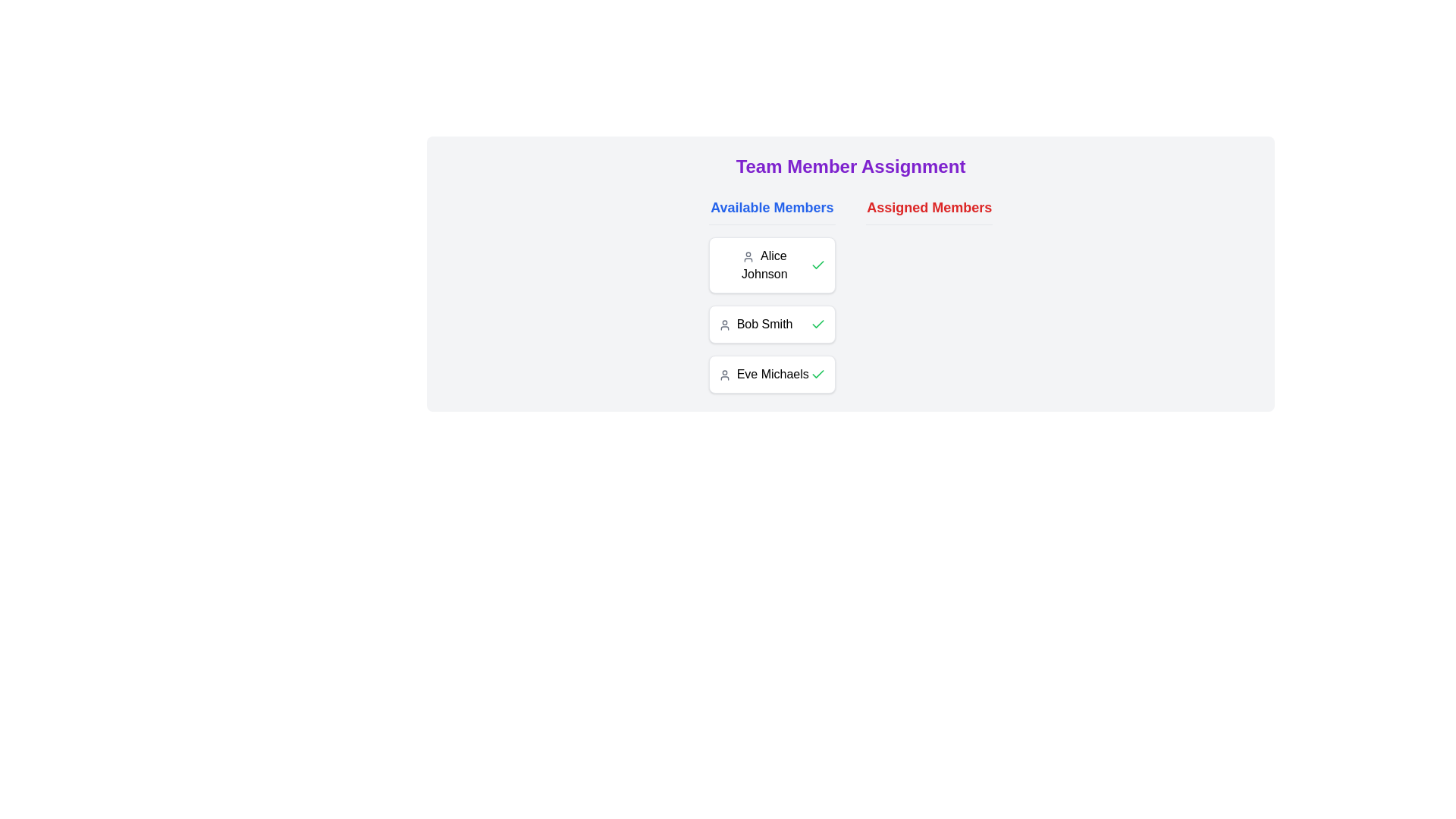 The height and width of the screenshot is (819, 1456). Describe the element at coordinates (928, 211) in the screenshot. I see `text label located in the top-right corner of the section that provides context for the assigned team members` at that location.